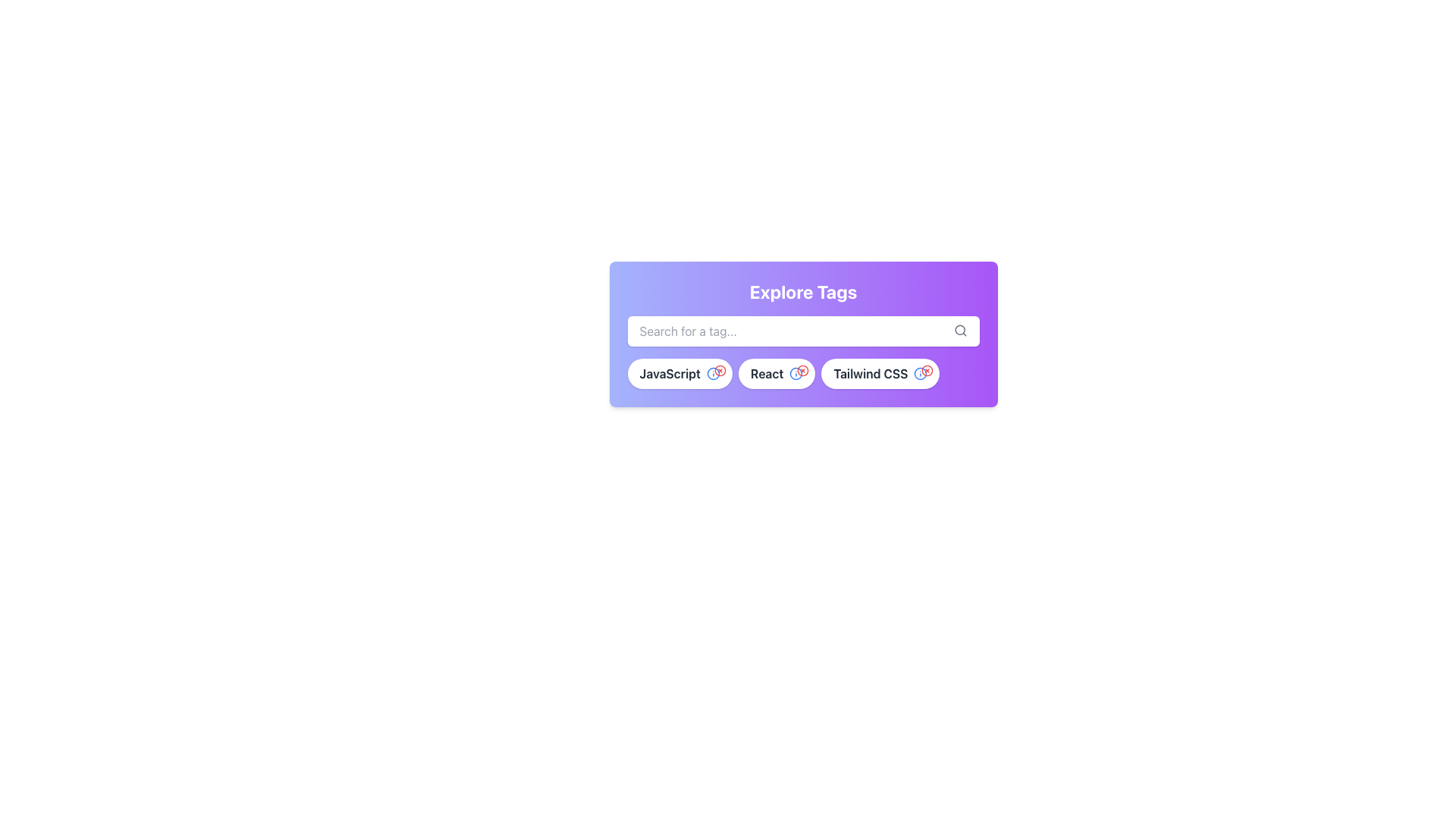 The height and width of the screenshot is (819, 1456). Describe the element at coordinates (712, 374) in the screenshot. I see `the outermost circular vector graphic shape that serves as a decorative or structural part of an informational icon, enhancing visual clarity` at that location.